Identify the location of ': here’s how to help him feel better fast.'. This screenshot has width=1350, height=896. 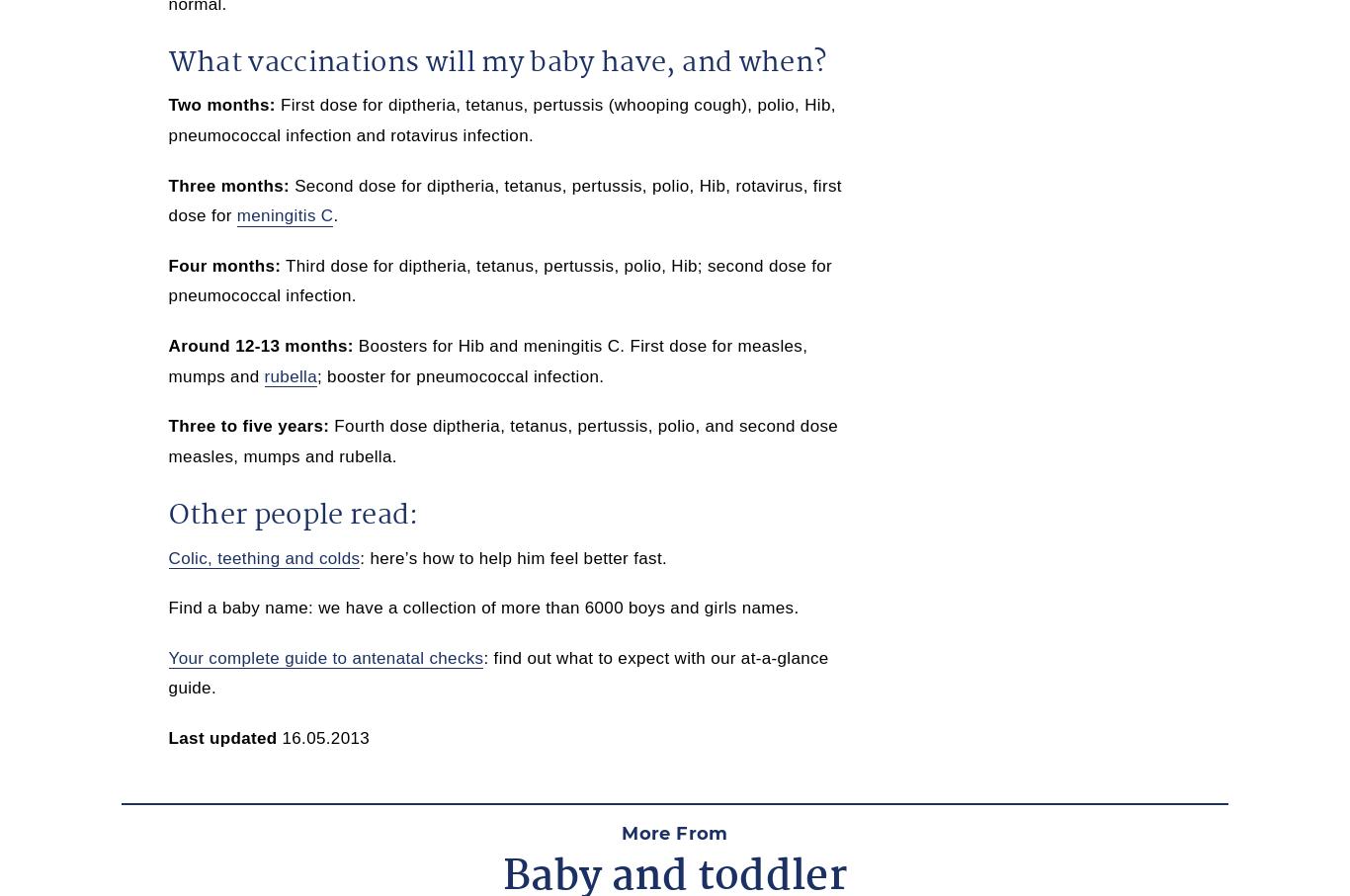
(513, 557).